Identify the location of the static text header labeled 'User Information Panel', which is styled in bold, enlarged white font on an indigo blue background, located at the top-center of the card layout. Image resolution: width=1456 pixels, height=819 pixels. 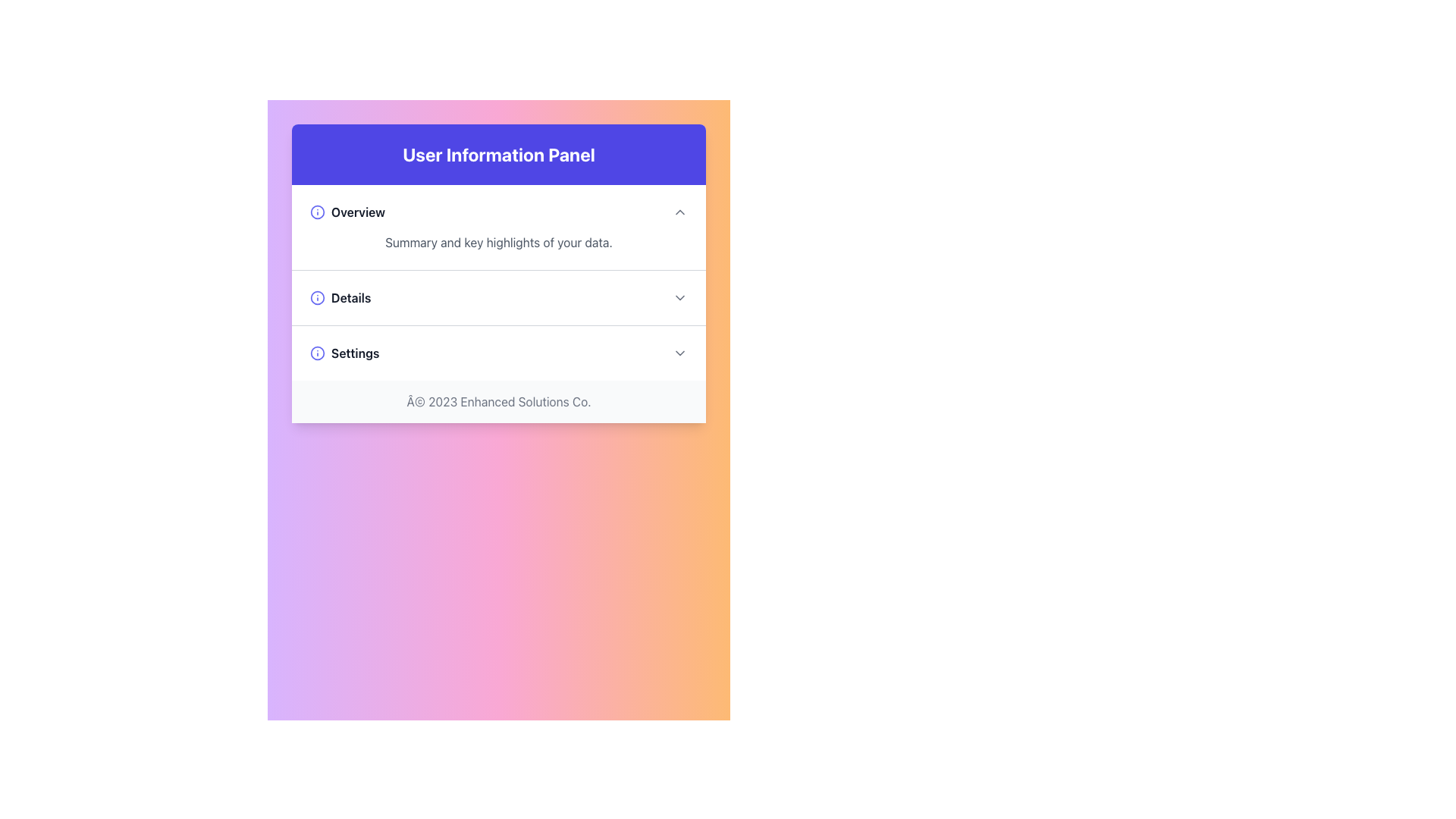
(498, 155).